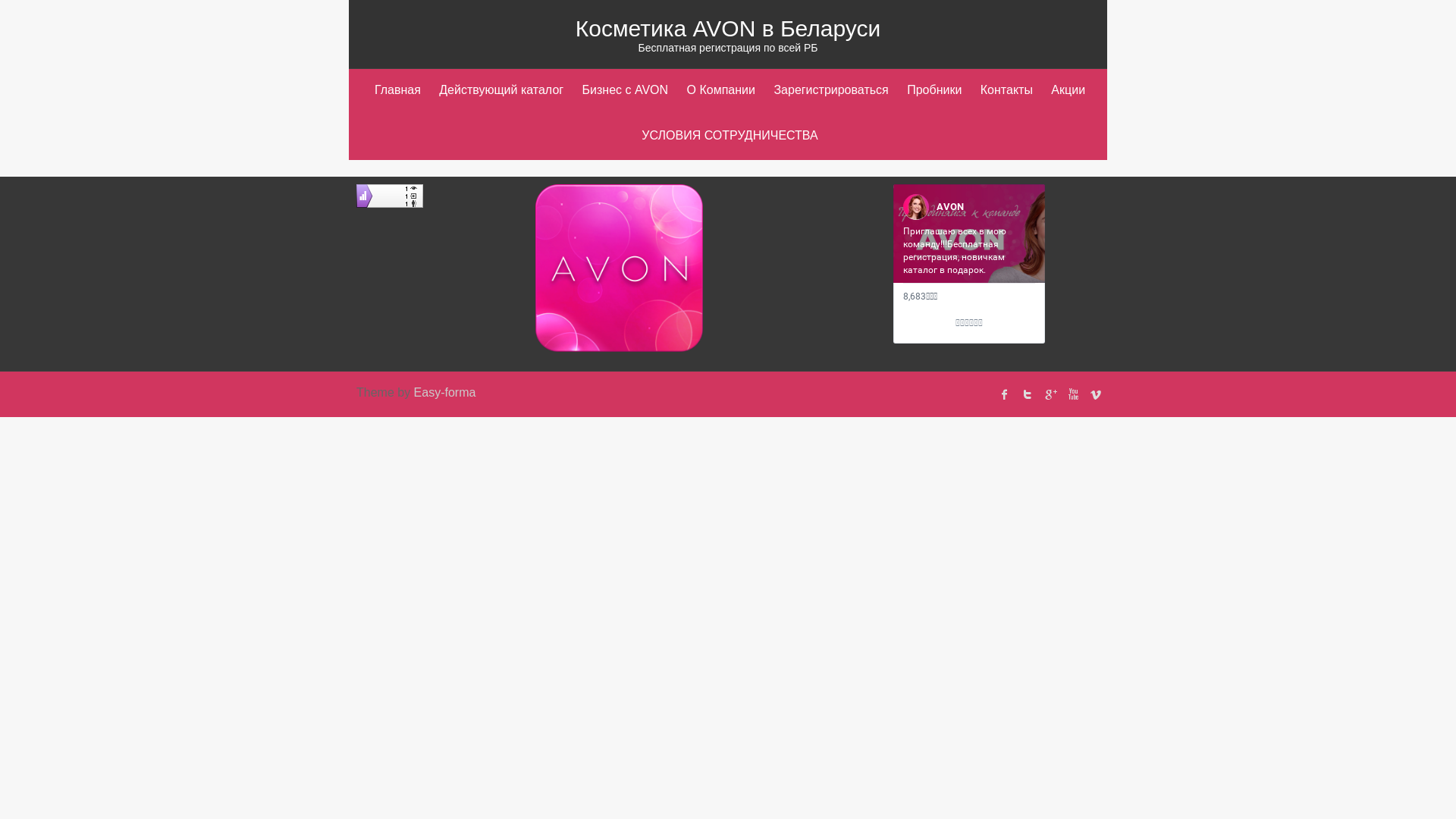  I want to click on 'Youtube', so click(1072, 394).